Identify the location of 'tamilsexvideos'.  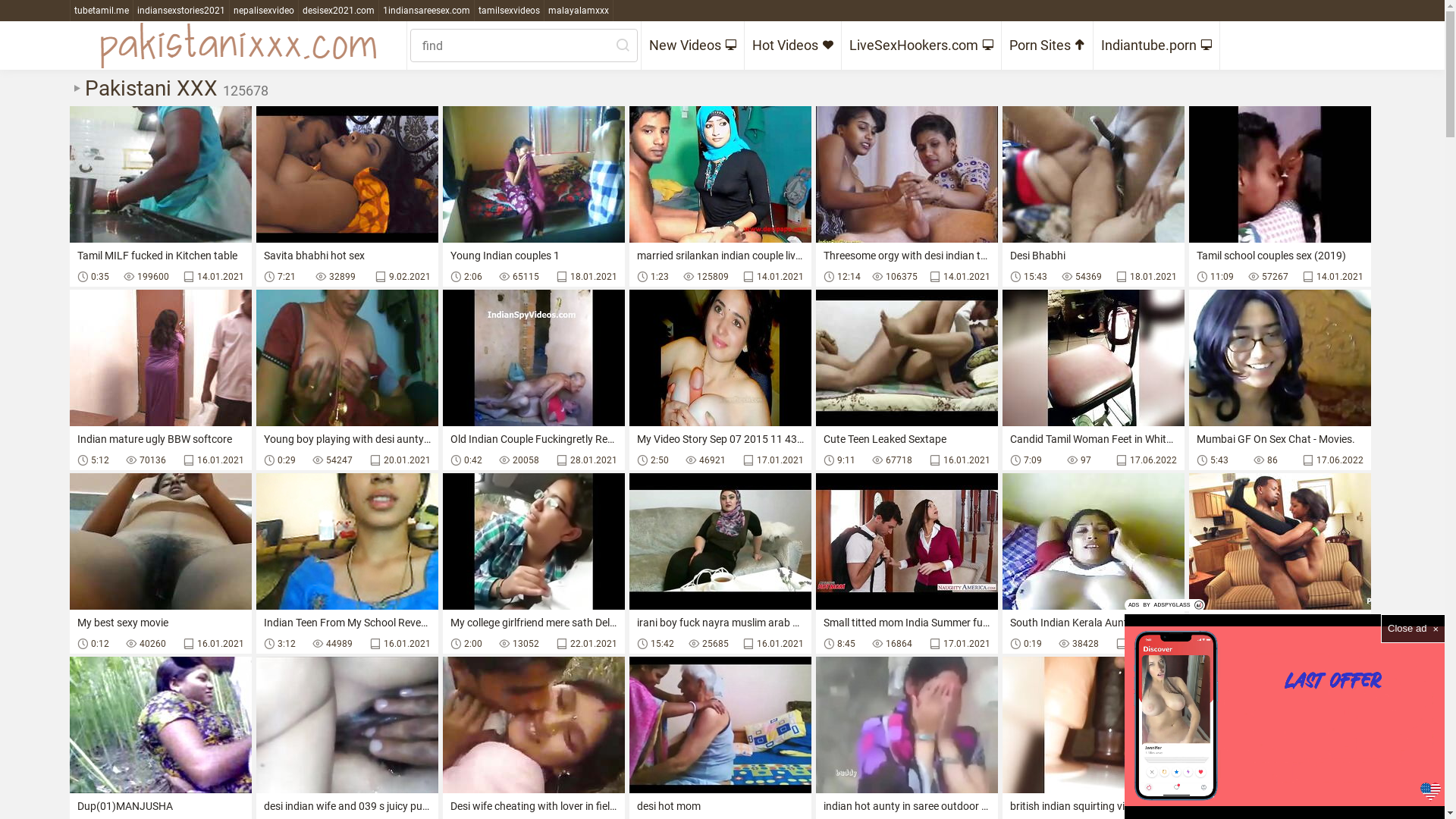
(510, 11).